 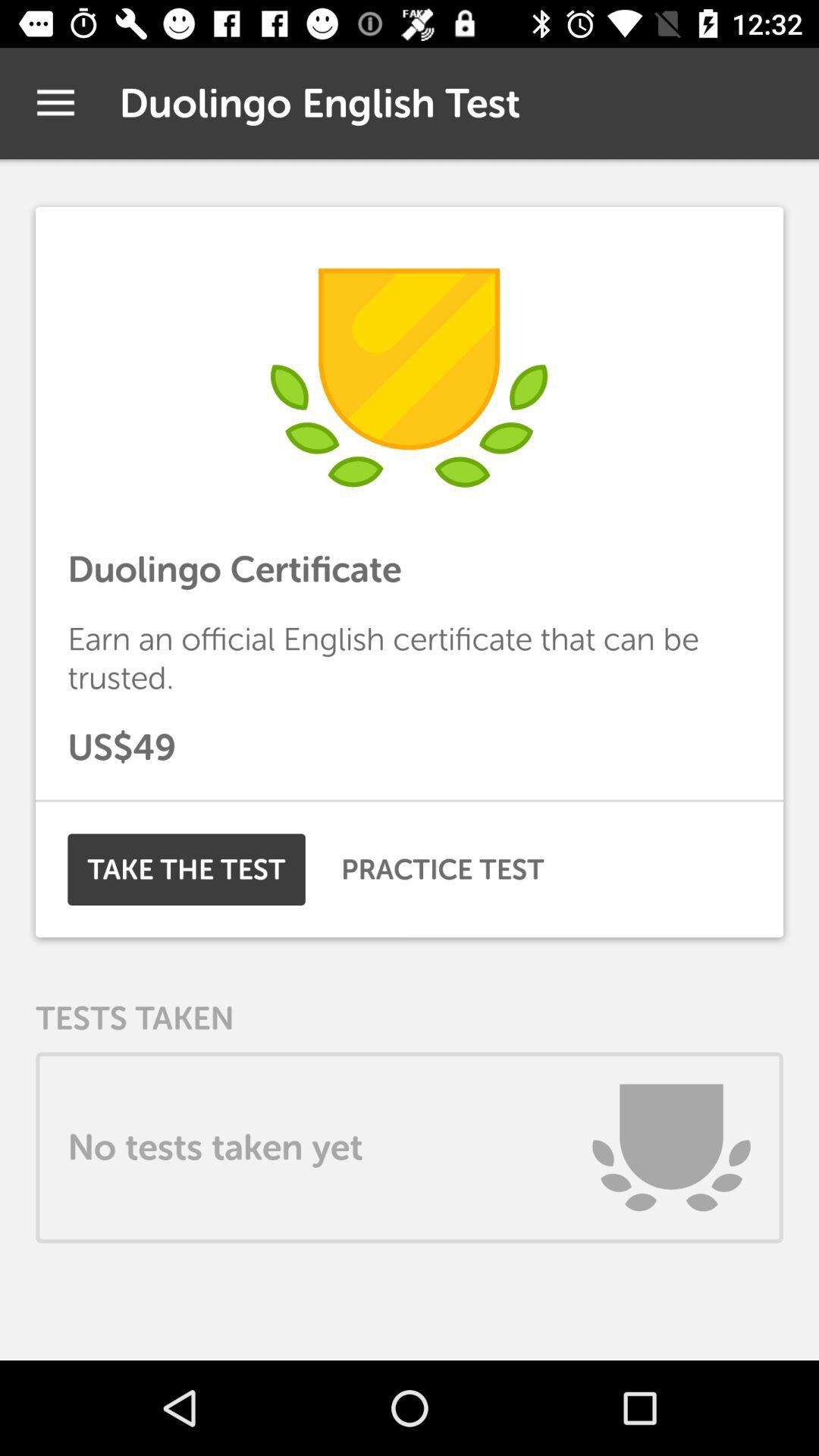 What do you see at coordinates (409, 658) in the screenshot?
I see `the earn an official` at bounding box center [409, 658].